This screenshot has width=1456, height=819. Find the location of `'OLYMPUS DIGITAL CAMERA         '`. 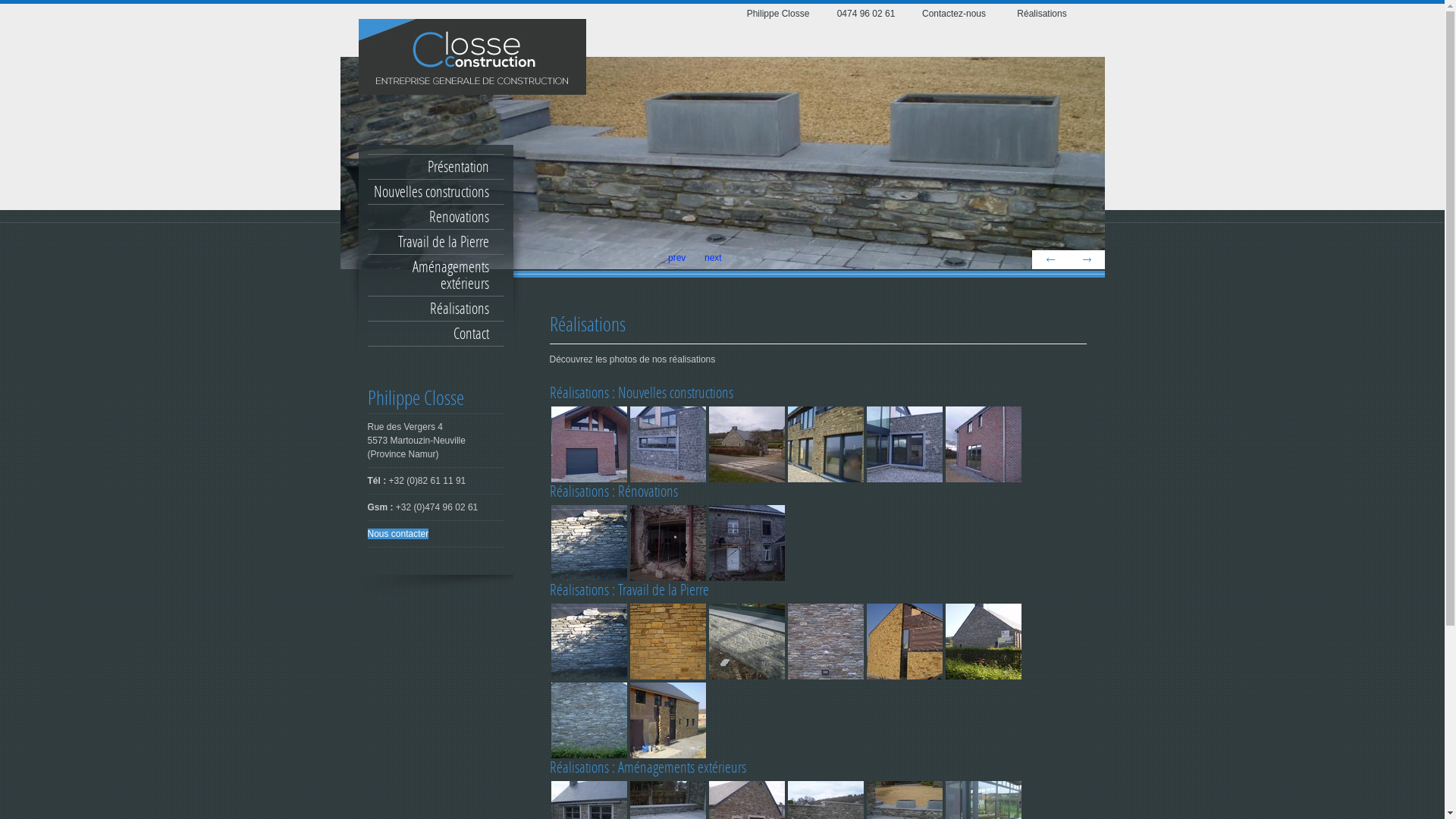

'OLYMPUS DIGITAL CAMERA         ' is located at coordinates (824, 641).